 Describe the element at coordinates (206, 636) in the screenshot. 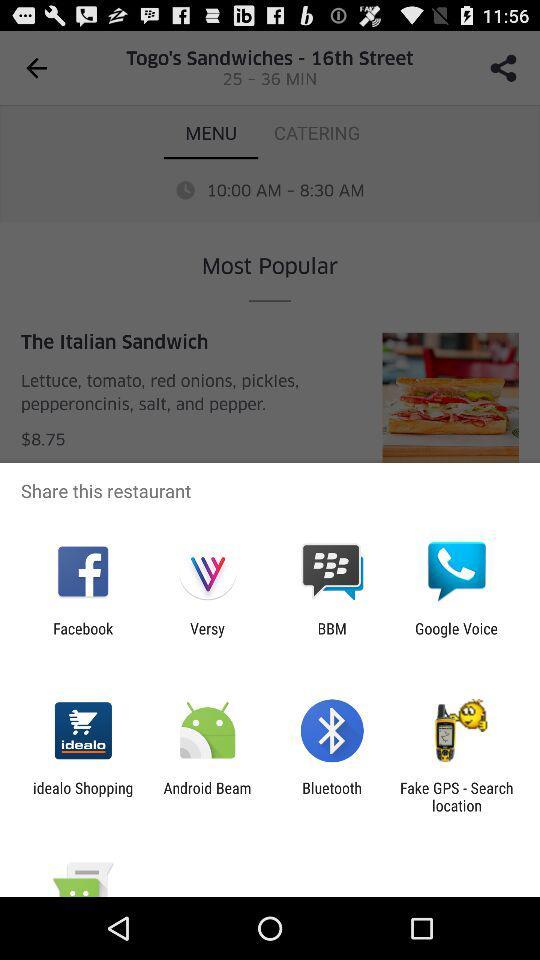

I see `the icon to the right of the facebook item` at that location.